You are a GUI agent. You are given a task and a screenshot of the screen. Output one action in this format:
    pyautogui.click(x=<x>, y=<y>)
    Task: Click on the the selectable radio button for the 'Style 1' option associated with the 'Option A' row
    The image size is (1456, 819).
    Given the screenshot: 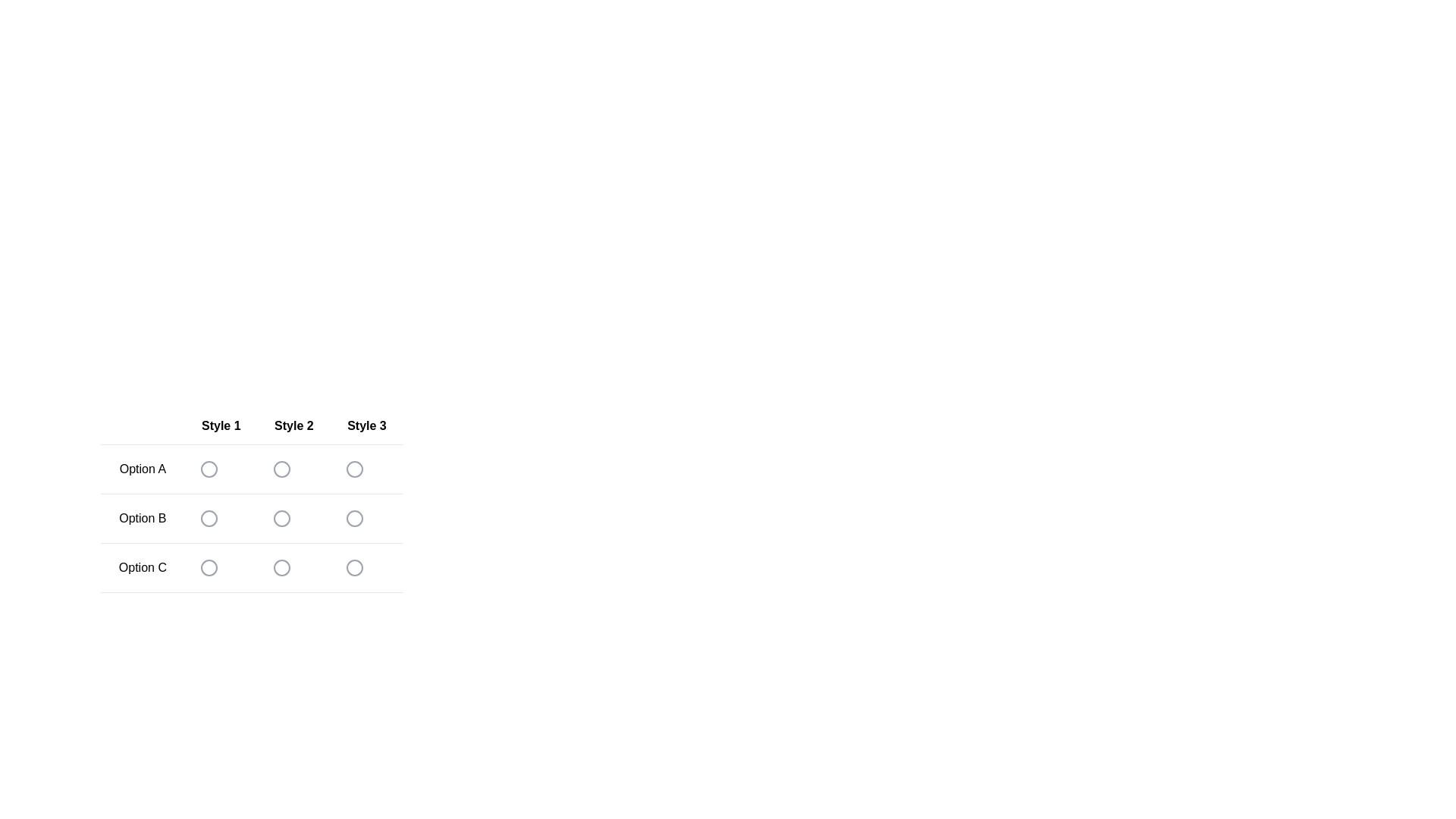 What is the action you would take?
    pyautogui.click(x=220, y=468)
    